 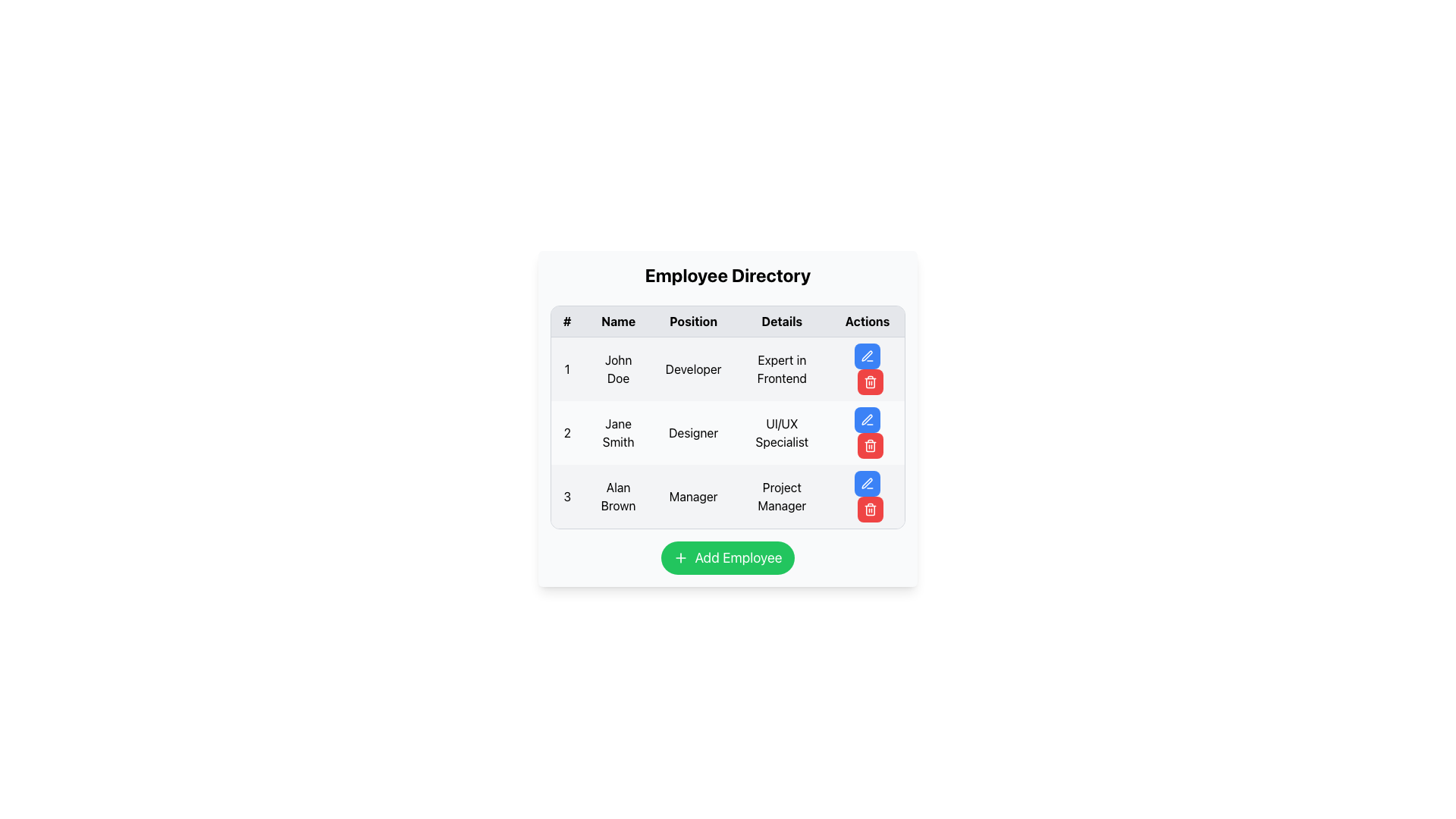 I want to click on the text label displaying 'Jane Smith' in the employee directory, located in the second row under the 'Name' column, so click(x=618, y=432).